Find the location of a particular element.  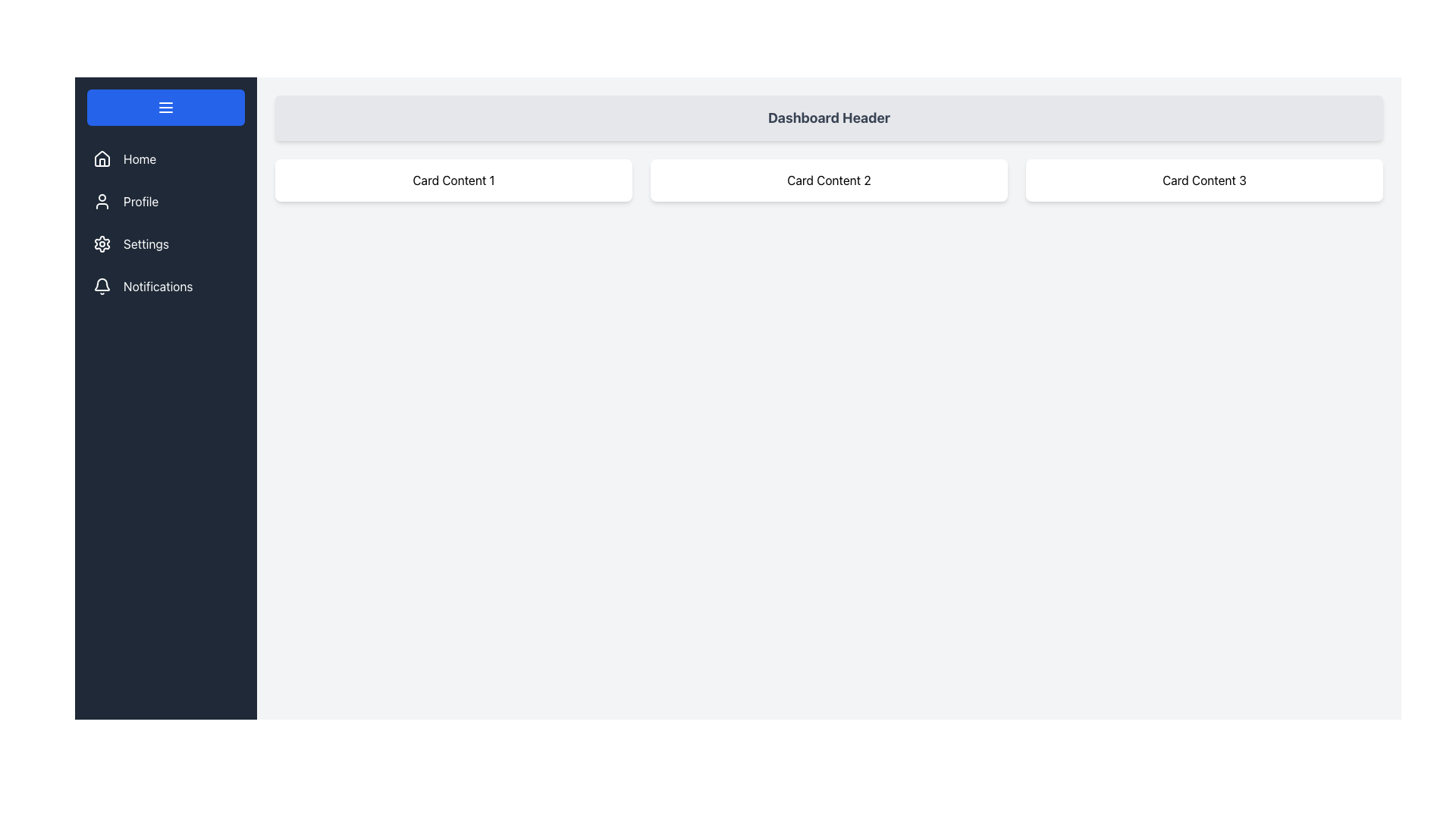

the 'Home' text label in the vertical navigation menu, which is styled in white text against a dark background and positioned next to a house icon is located at coordinates (140, 158).